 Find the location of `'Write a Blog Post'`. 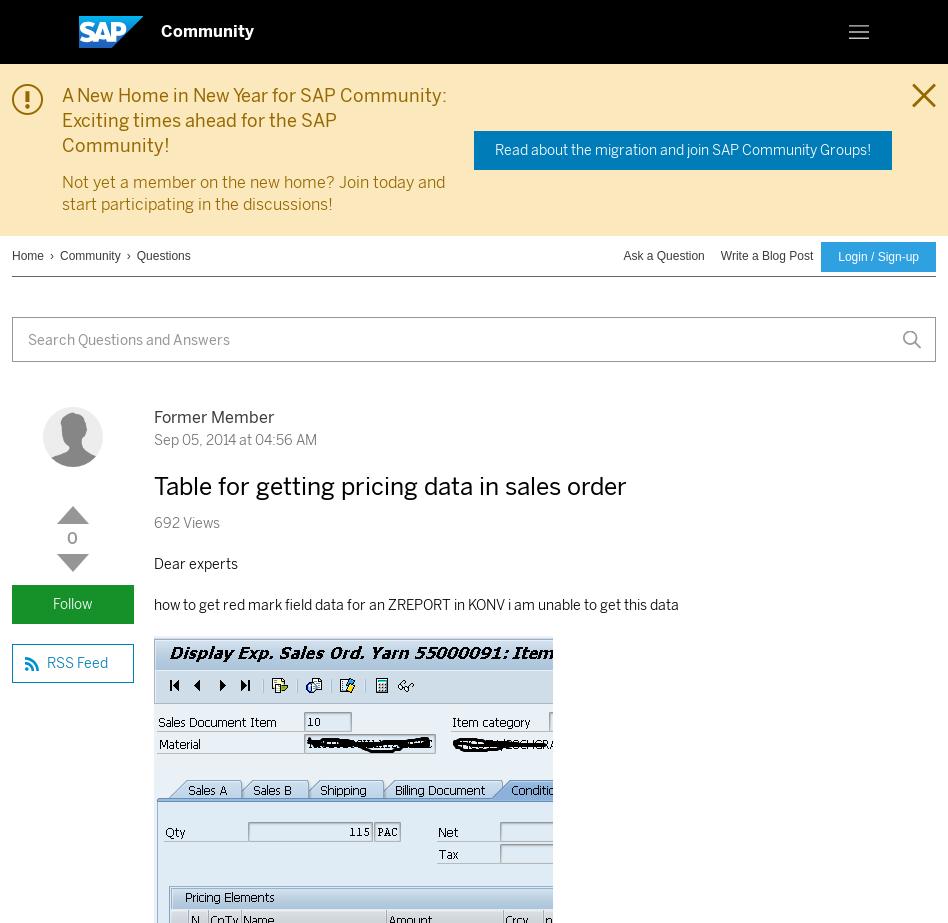

'Write a Blog Post' is located at coordinates (720, 256).